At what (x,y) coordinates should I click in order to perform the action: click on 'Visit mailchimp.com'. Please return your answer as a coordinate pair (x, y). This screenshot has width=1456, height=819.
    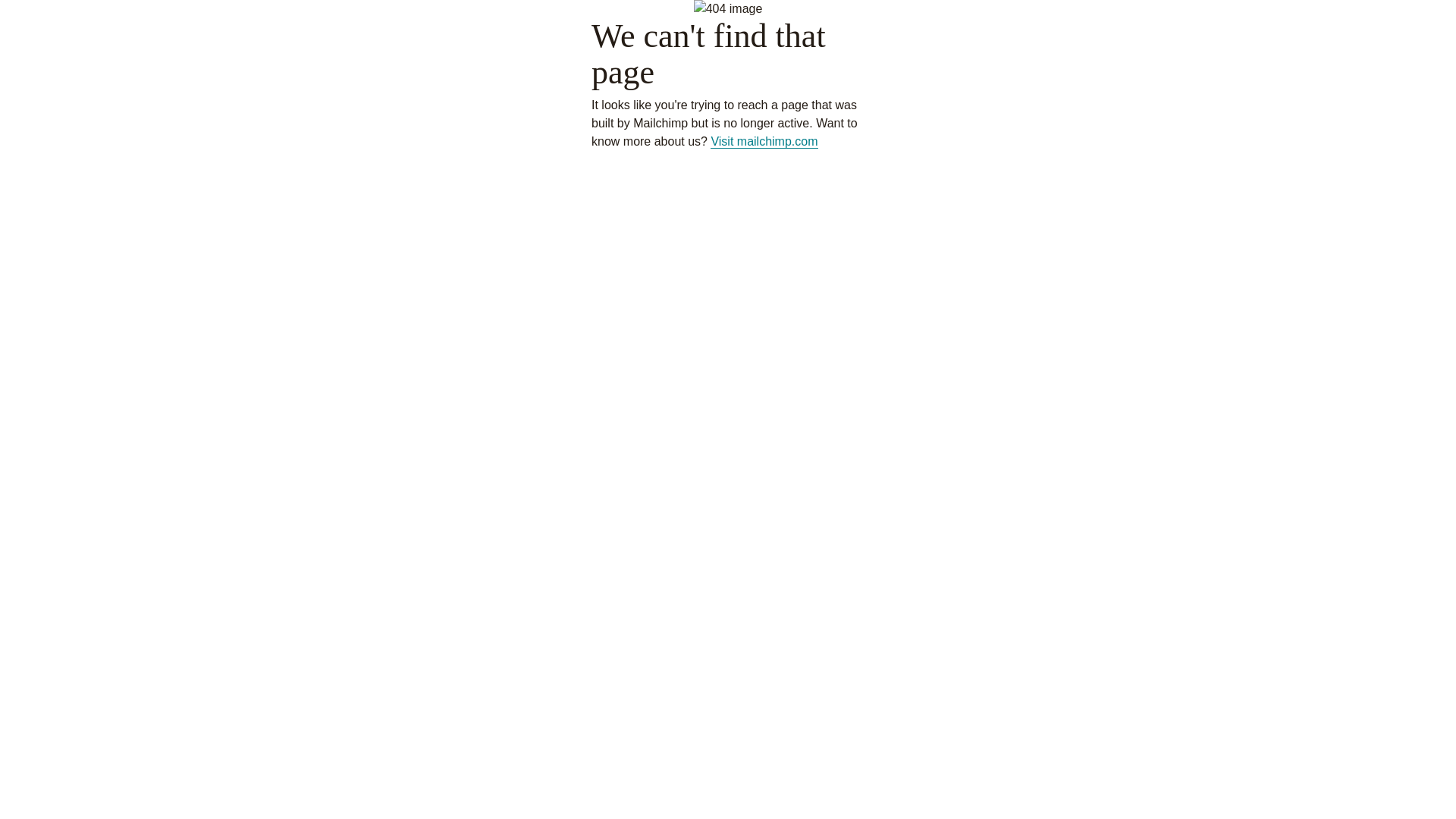
    Looking at the image, I should click on (764, 141).